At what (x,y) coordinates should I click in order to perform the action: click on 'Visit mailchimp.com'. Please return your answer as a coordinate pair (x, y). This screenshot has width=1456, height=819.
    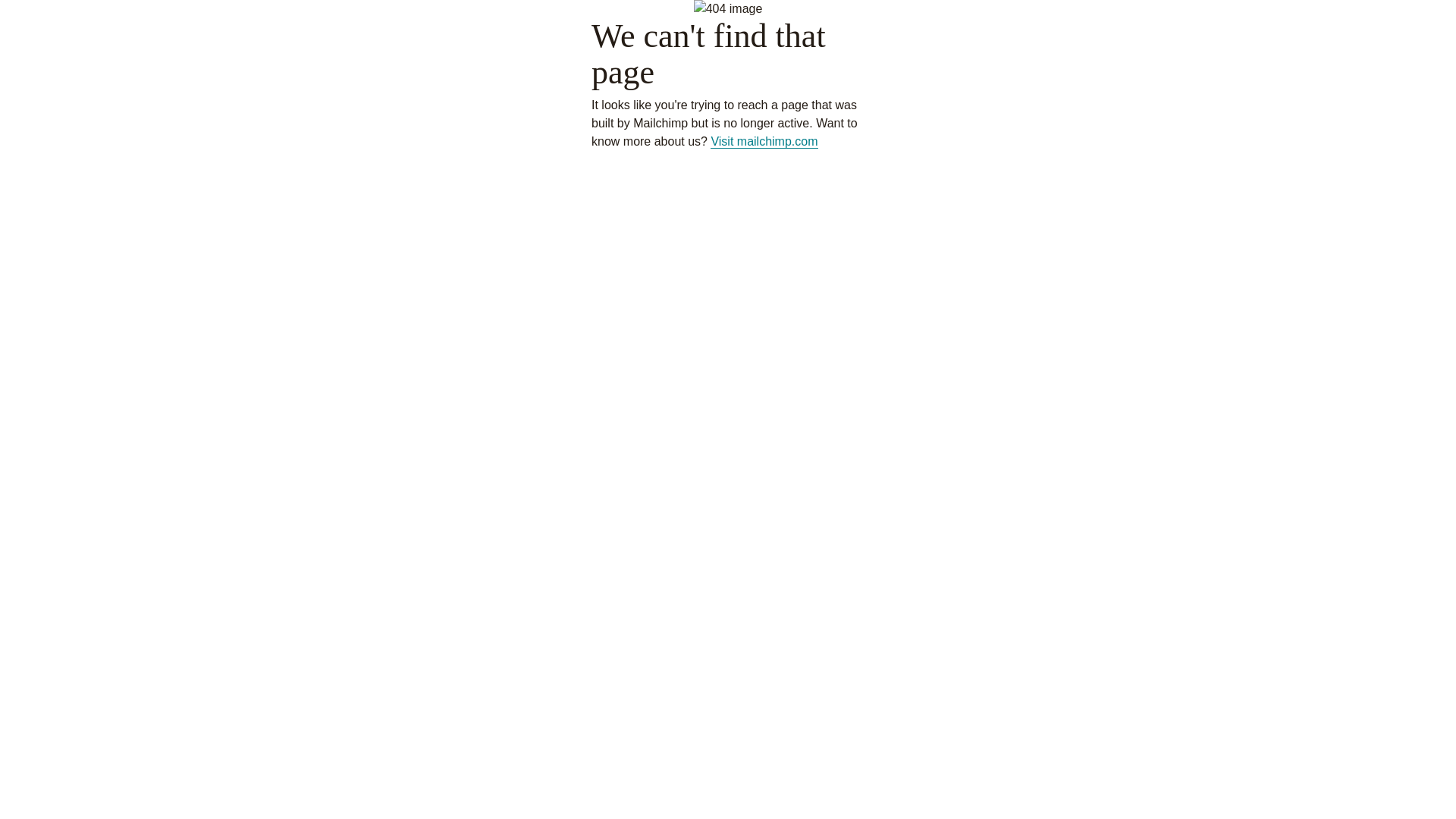
    Looking at the image, I should click on (764, 141).